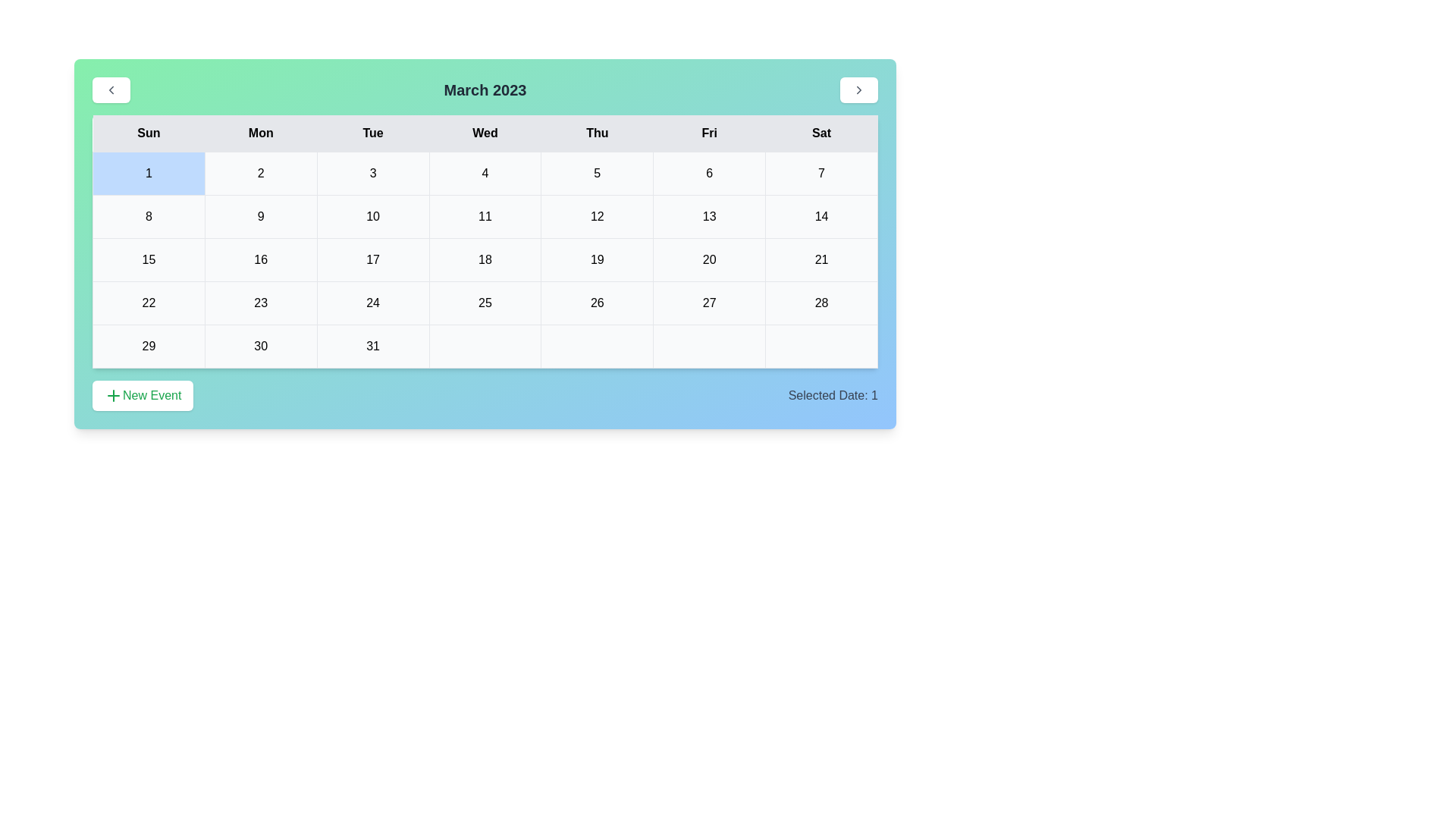 This screenshot has width=1456, height=819. What do you see at coordinates (709, 303) in the screenshot?
I see `the cell representing the date 27 in the calendar` at bounding box center [709, 303].